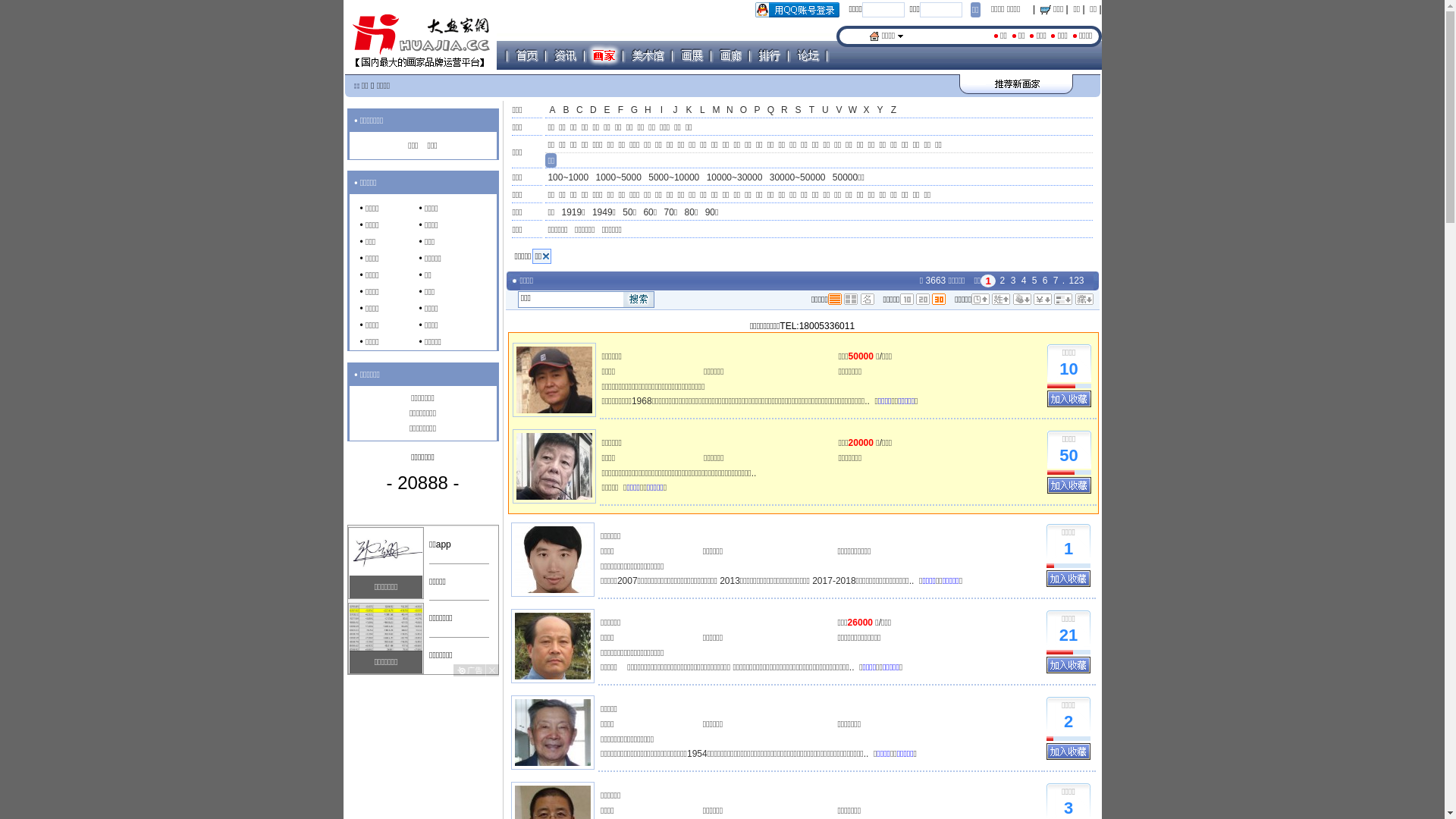 Image resolution: width=1456 pixels, height=819 pixels. Describe the element at coordinates (1030, 281) in the screenshot. I see `'5'` at that location.